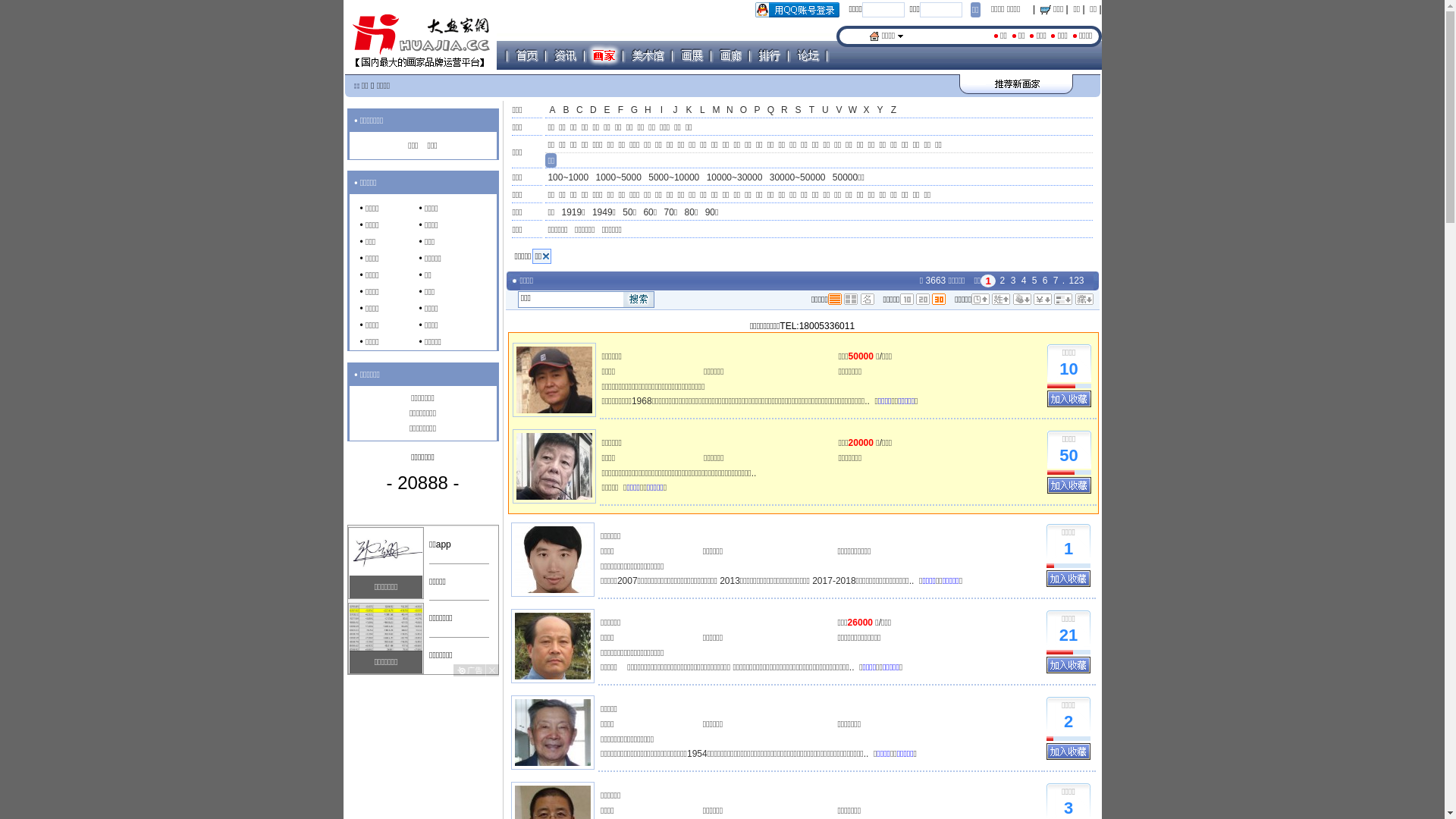 Image resolution: width=1456 pixels, height=819 pixels. Describe the element at coordinates (1030, 281) in the screenshot. I see `'5'` at that location.